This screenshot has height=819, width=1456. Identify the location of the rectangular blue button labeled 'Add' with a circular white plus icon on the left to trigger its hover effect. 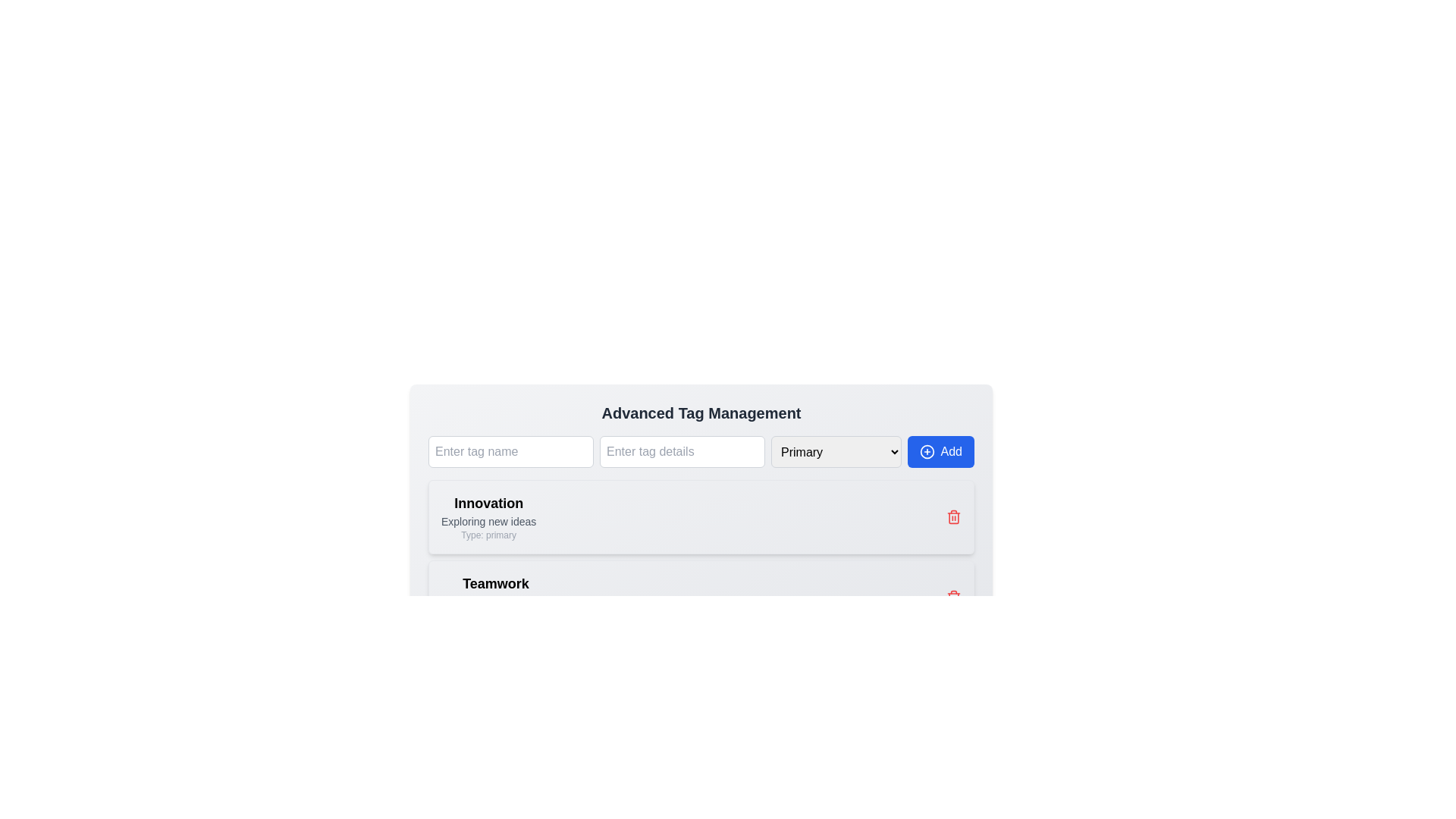
(940, 451).